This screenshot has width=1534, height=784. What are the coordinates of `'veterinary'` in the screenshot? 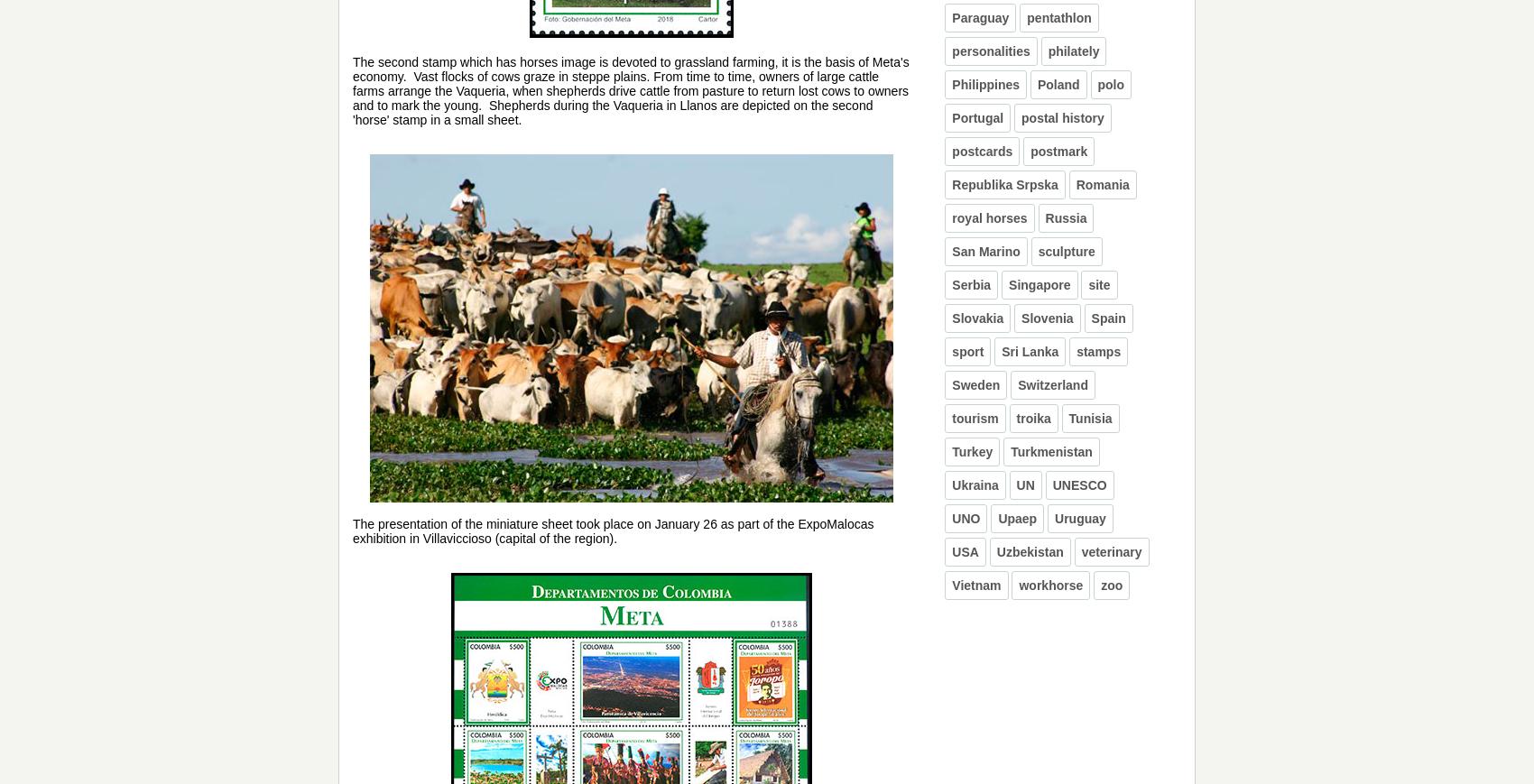 It's located at (1110, 552).